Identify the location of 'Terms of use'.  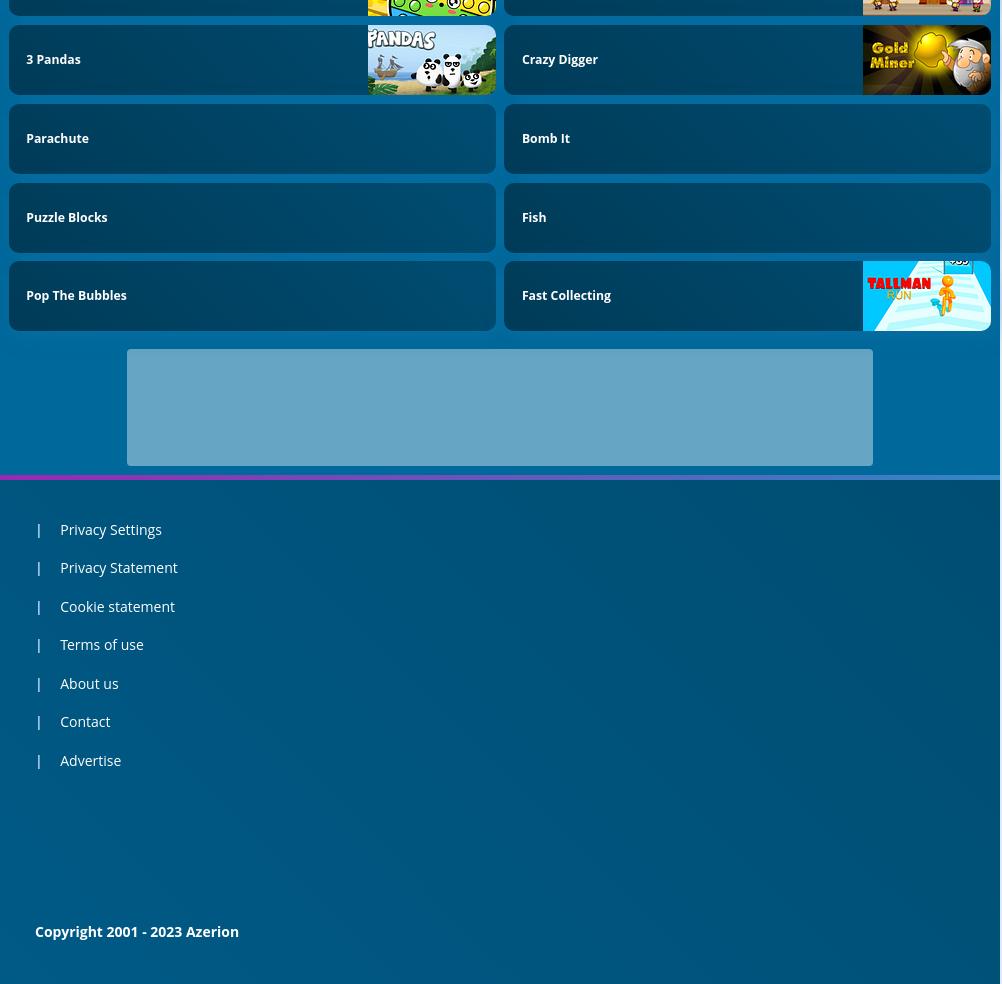
(100, 644).